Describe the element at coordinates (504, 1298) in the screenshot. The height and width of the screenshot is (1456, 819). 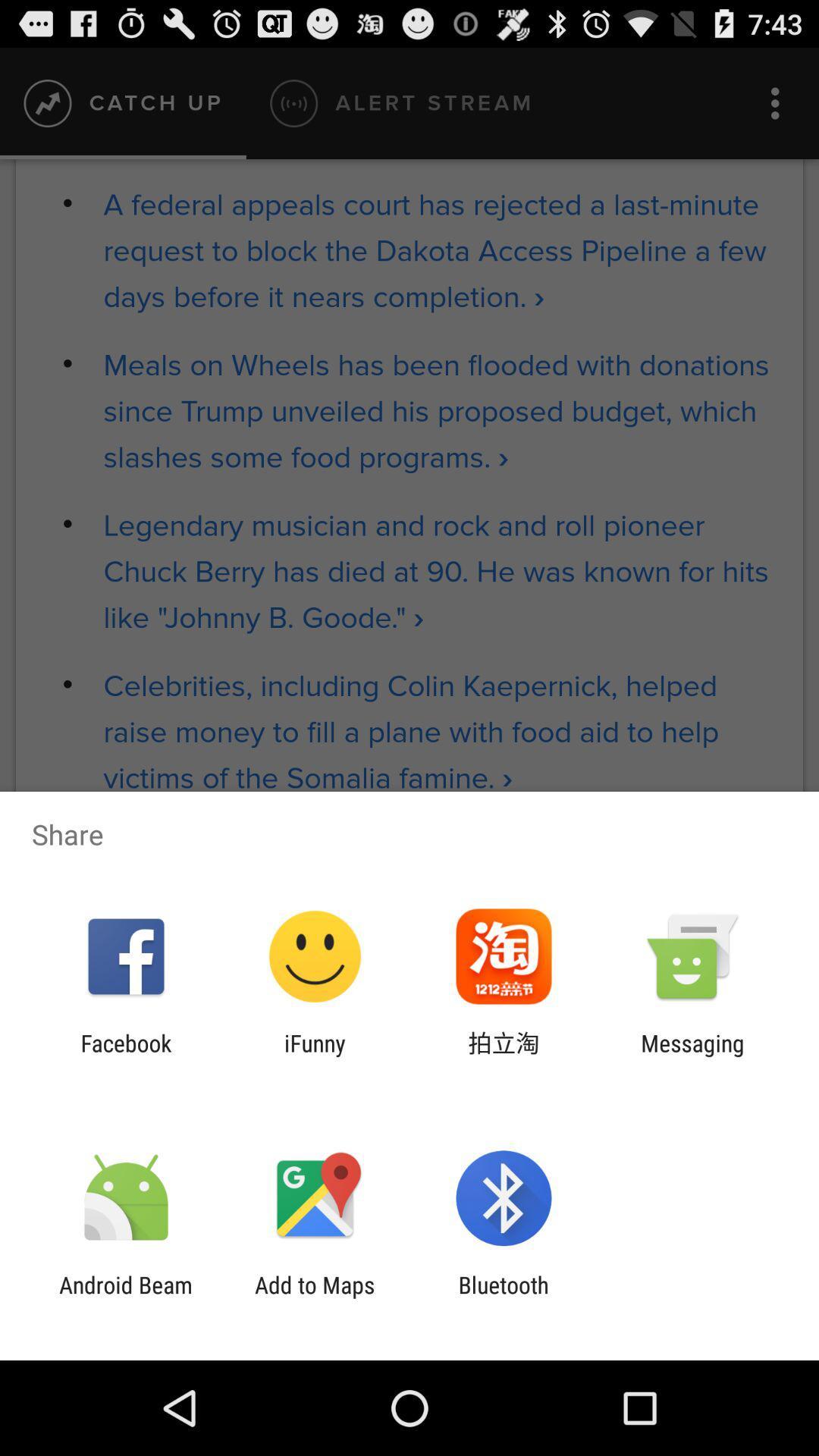
I see `the app next to the add to maps item` at that location.